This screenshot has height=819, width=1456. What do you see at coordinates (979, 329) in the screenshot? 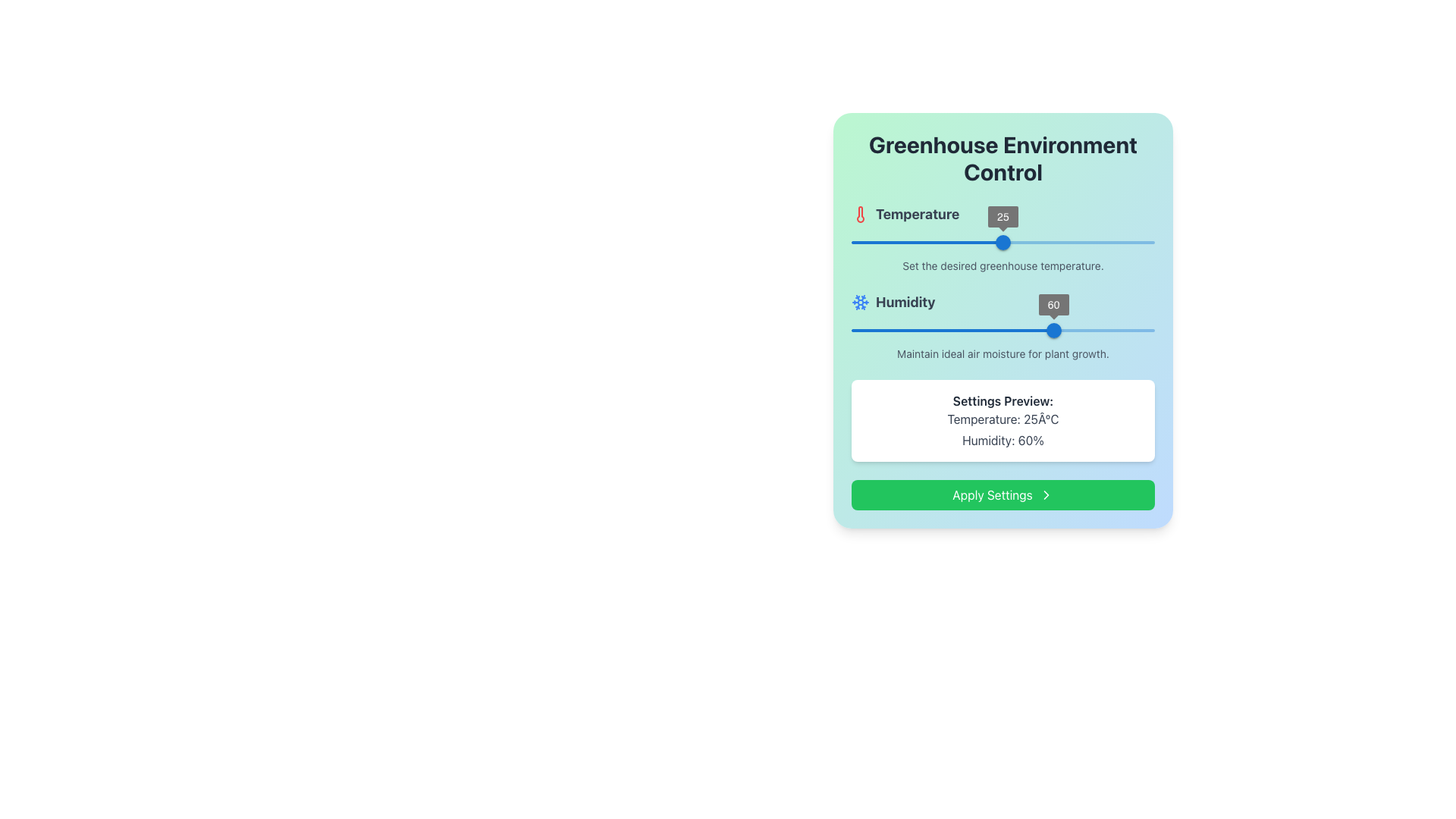
I see `the humidity level` at bounding box center [979, 329].